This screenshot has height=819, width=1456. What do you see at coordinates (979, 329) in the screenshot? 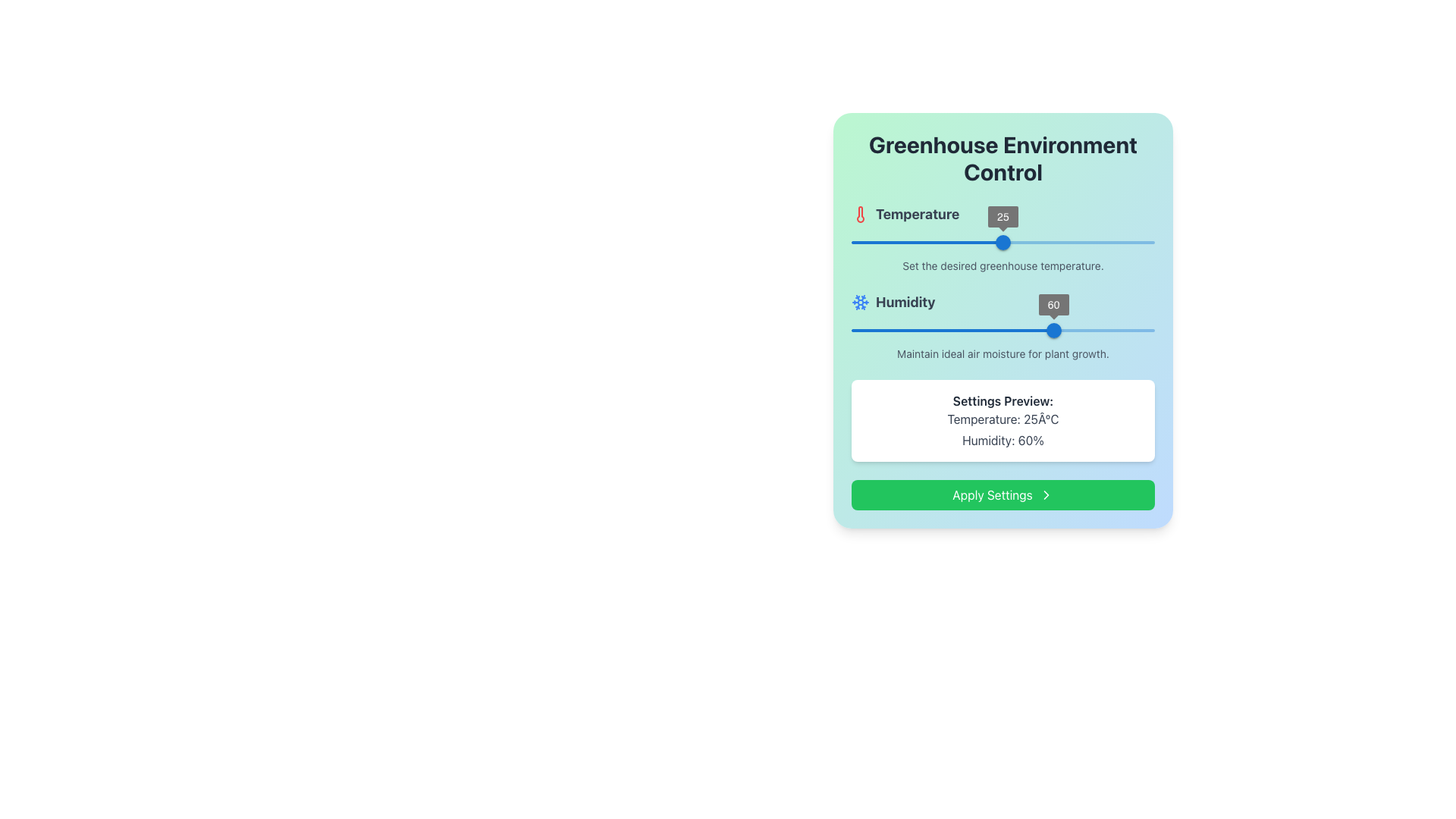
I see `the humidity level` at bounding box center [979, 329].